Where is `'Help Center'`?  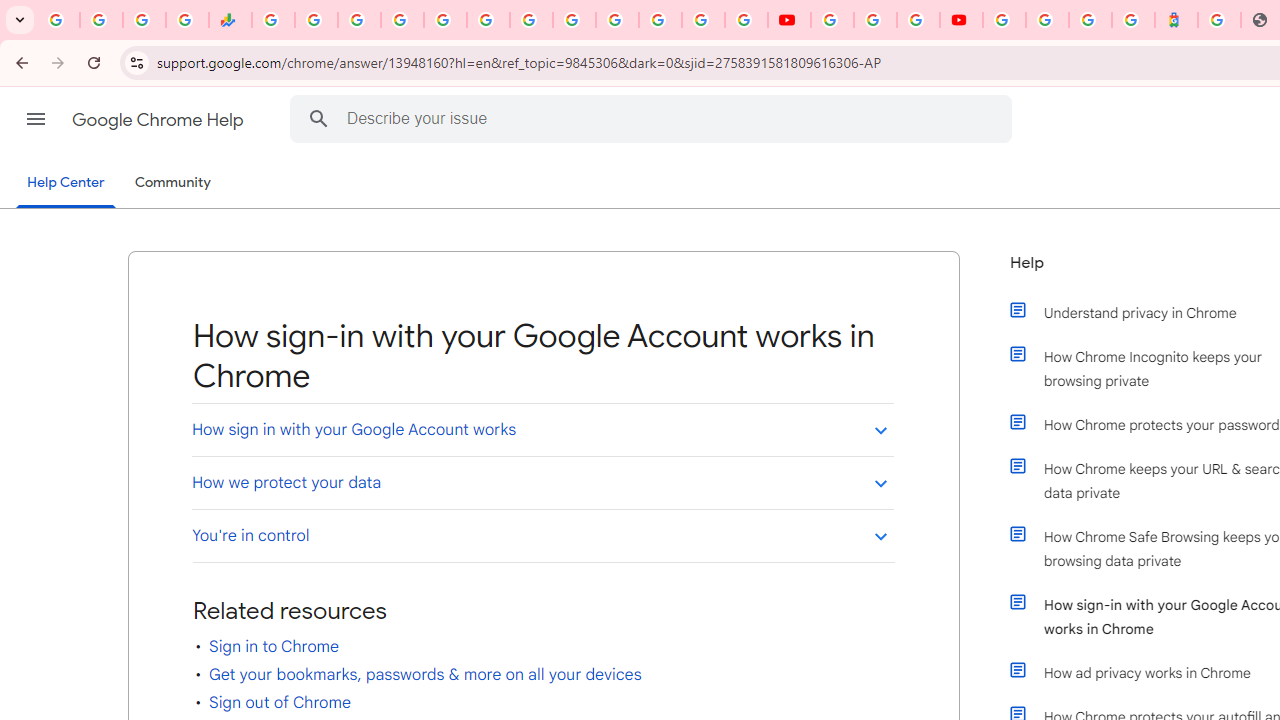
'Help Center' is located at coordinates (65, 183).